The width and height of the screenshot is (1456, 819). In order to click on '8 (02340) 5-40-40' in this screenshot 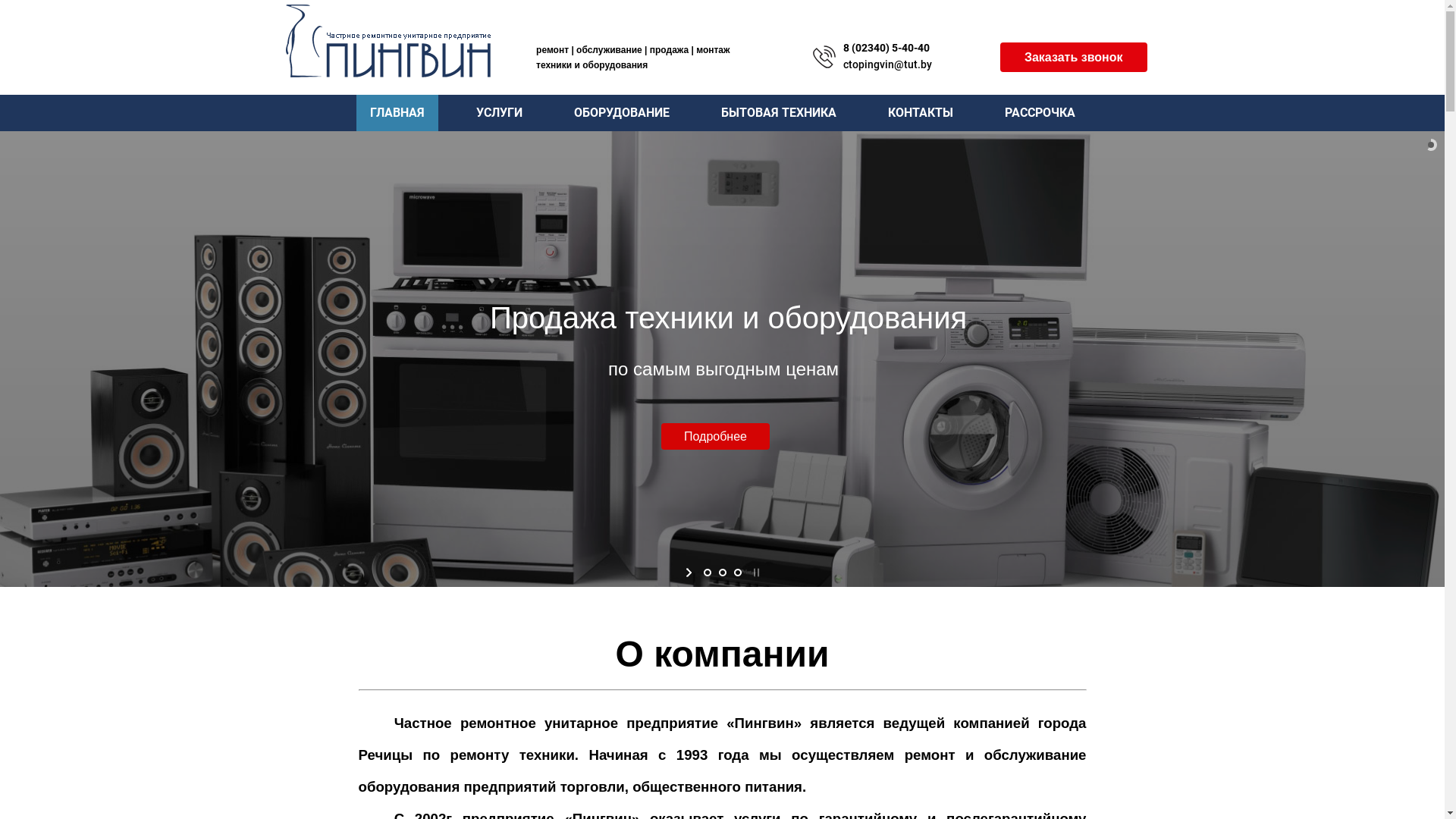, I will do `click(886, 46)`.